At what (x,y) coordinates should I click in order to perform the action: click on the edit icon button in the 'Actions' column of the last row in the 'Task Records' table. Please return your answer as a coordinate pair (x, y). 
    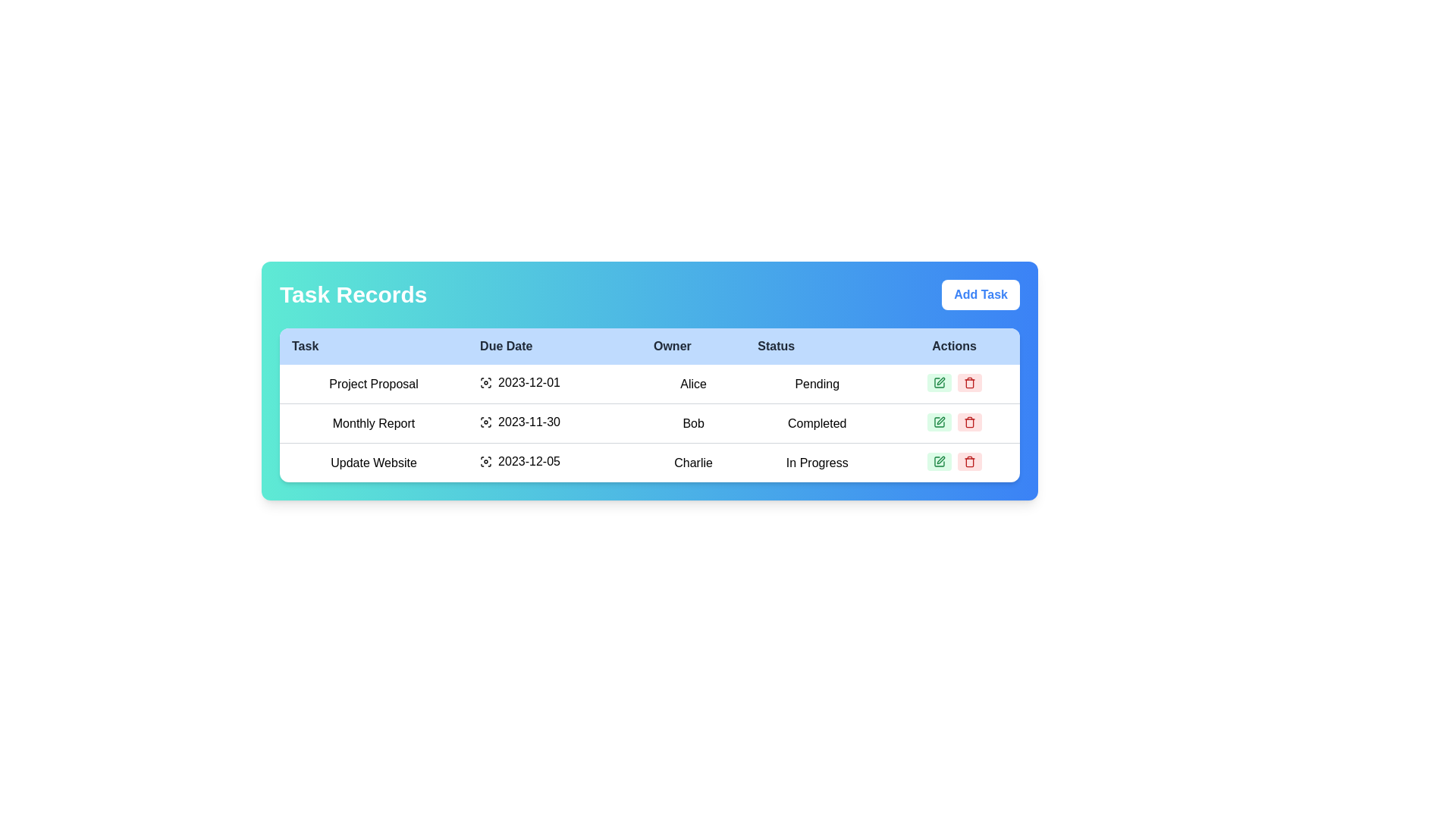
    Looking at the image, I should click on (938, 461).